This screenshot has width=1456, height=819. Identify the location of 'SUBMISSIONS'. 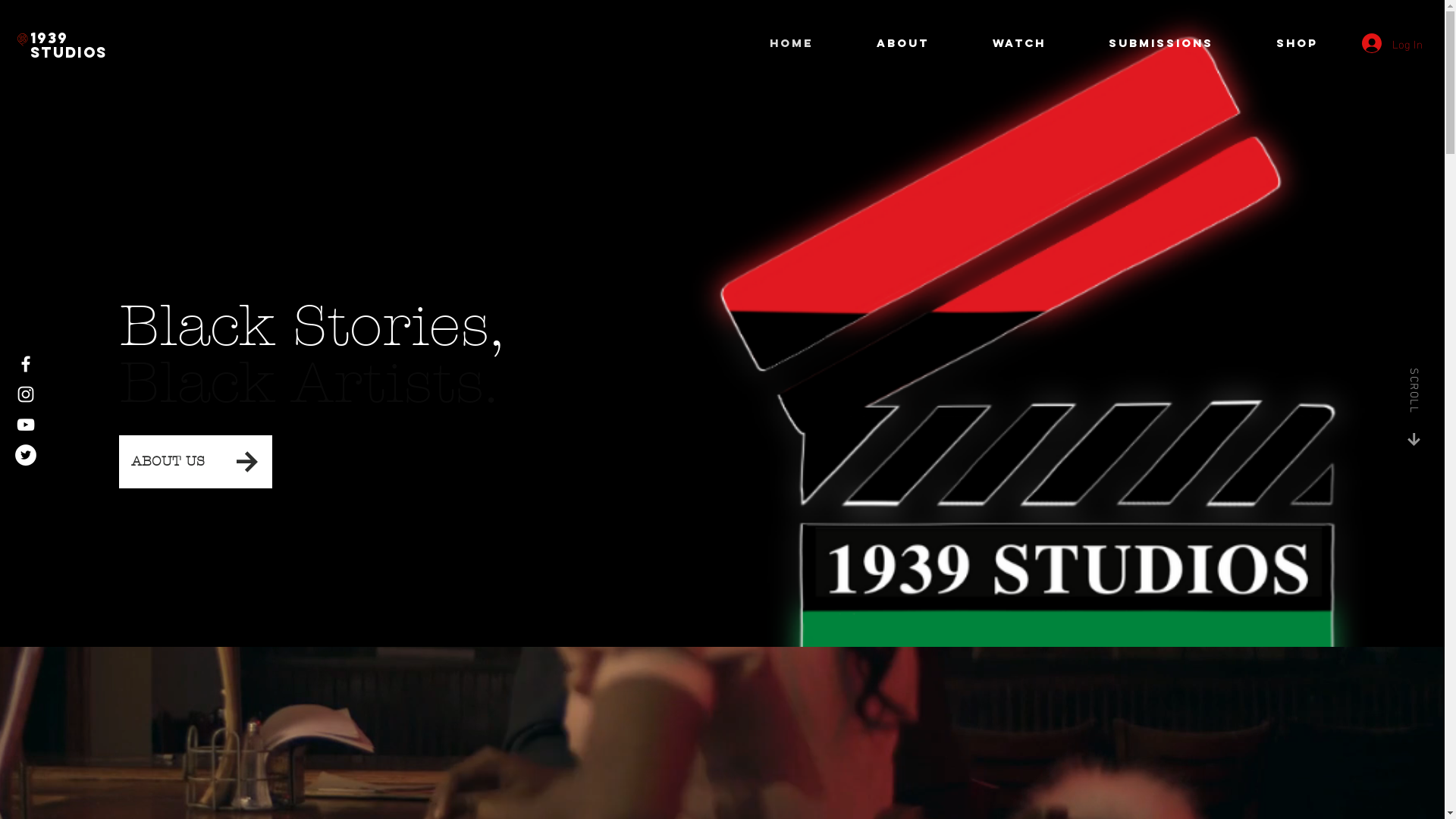
(1178, 42).